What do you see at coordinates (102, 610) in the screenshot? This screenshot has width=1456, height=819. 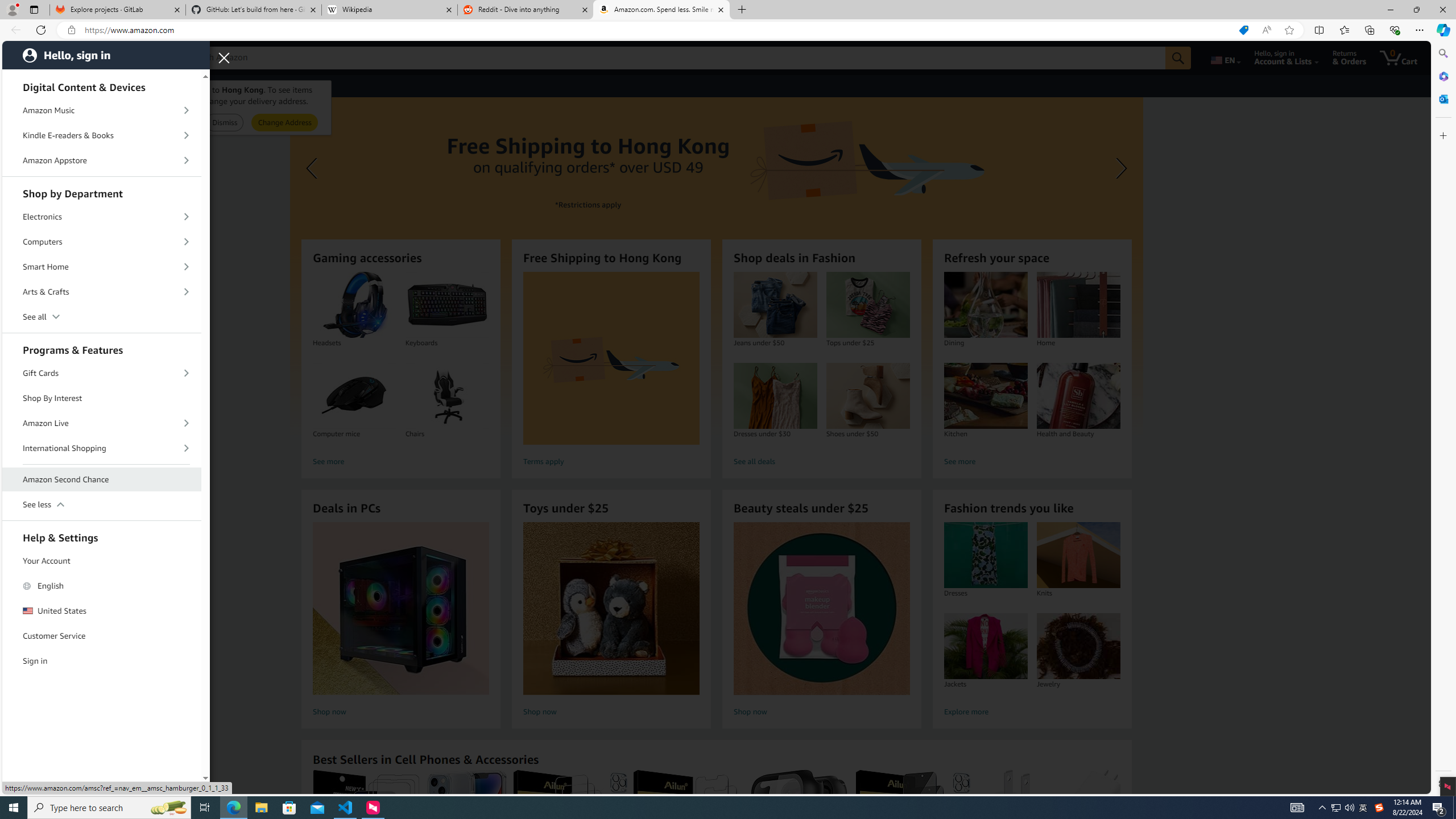 I see `'United States'` at bounding box center [102, 610].